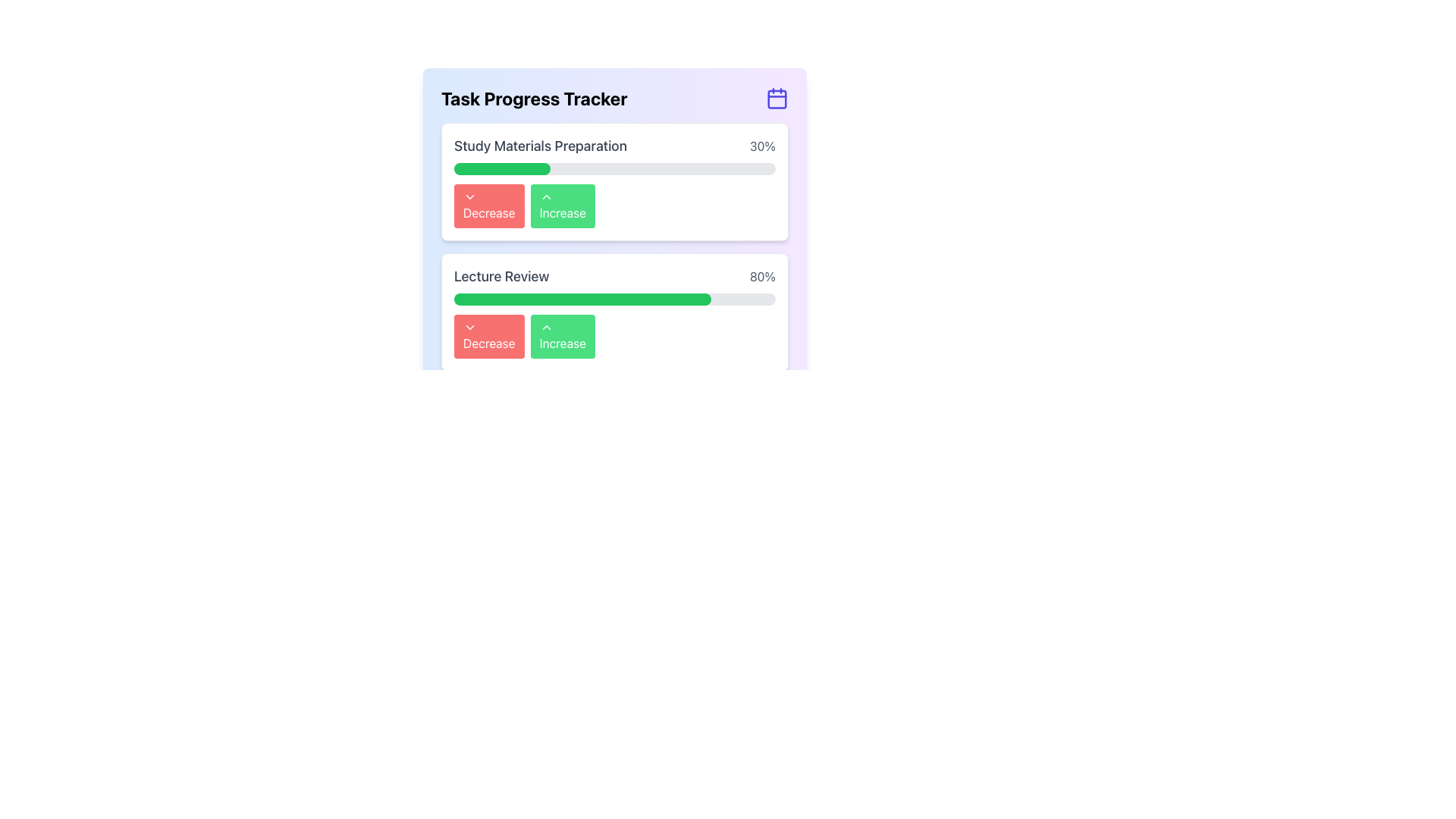 This screenshot has height=819, width=1456. Describe the element at coordinates (763, 146) in the screenshot. I see `the text label displaying '30%' which is styled in a subdued gray color and positioned at the top-right corner near the title 'Study Materials Preparation'` at that location.